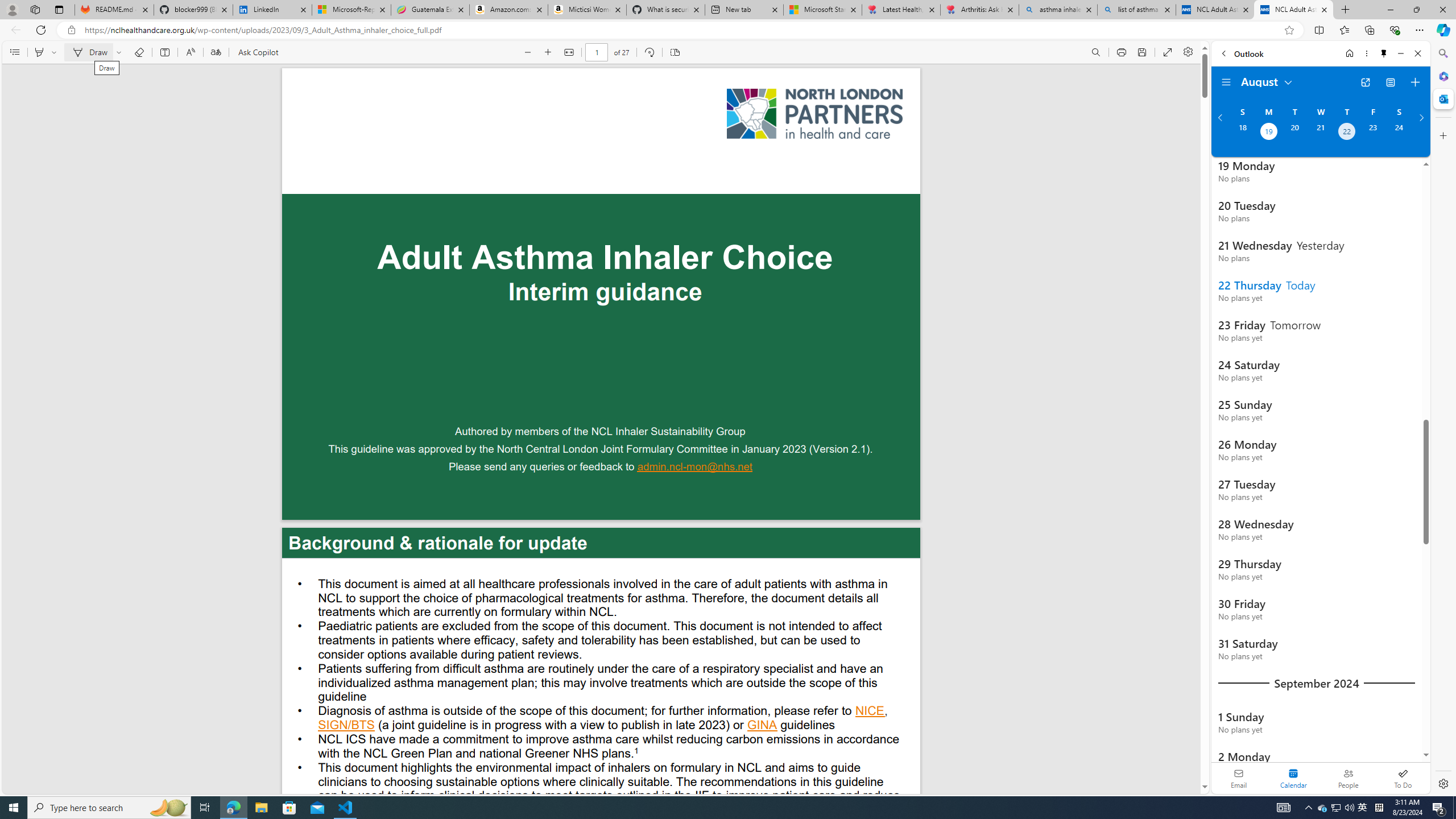 The width and height of the screenshot is (1456, 819). Describe the element at coordinates (1347, 133) in the screenshot. I see `'Thursday, August 22, 2024. Today. '` at that location.